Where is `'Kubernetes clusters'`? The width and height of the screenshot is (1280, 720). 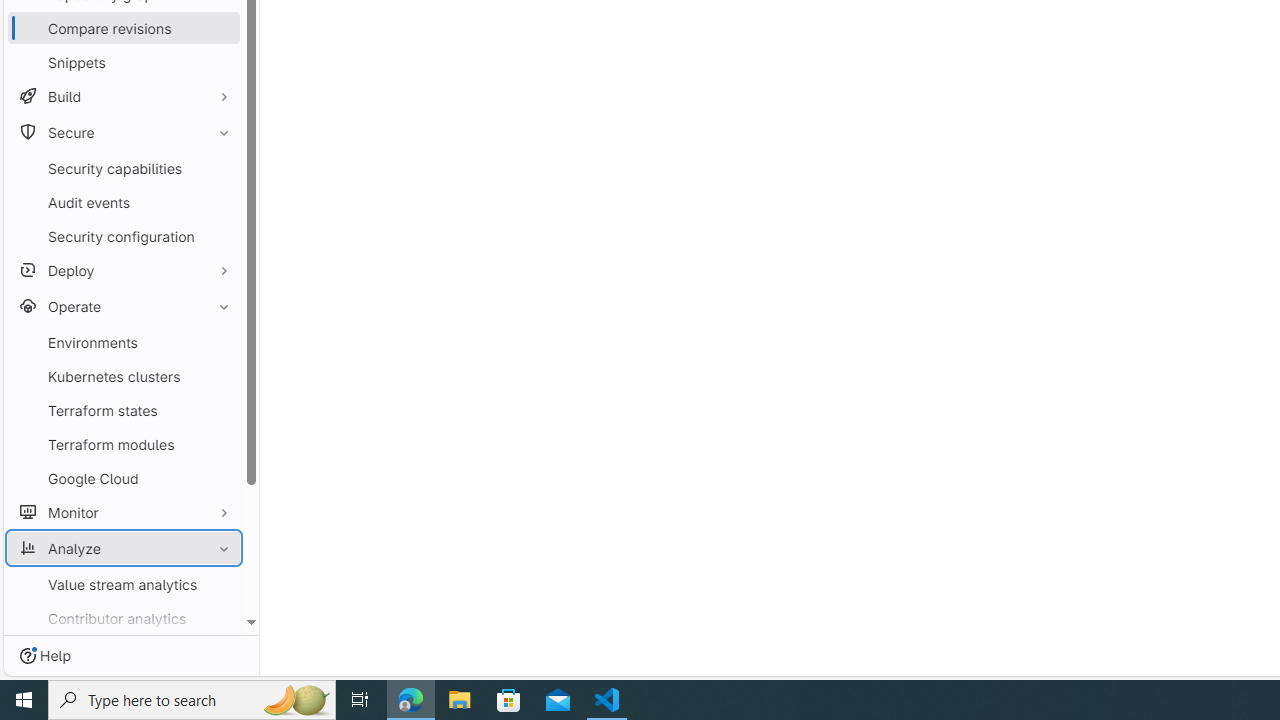 'Kubernetes clusters' is located at coordinates (123, 376).